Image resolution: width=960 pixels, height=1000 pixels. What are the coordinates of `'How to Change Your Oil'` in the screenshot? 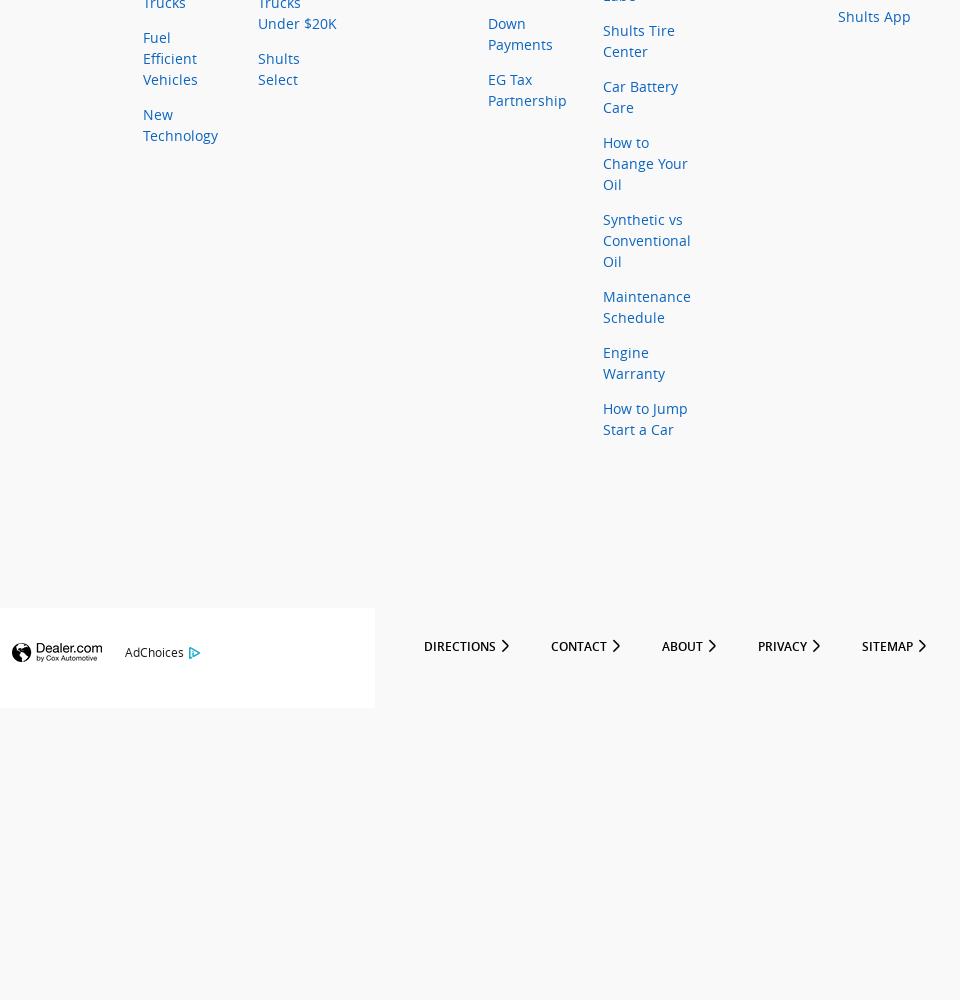 It's located at (644, 163).